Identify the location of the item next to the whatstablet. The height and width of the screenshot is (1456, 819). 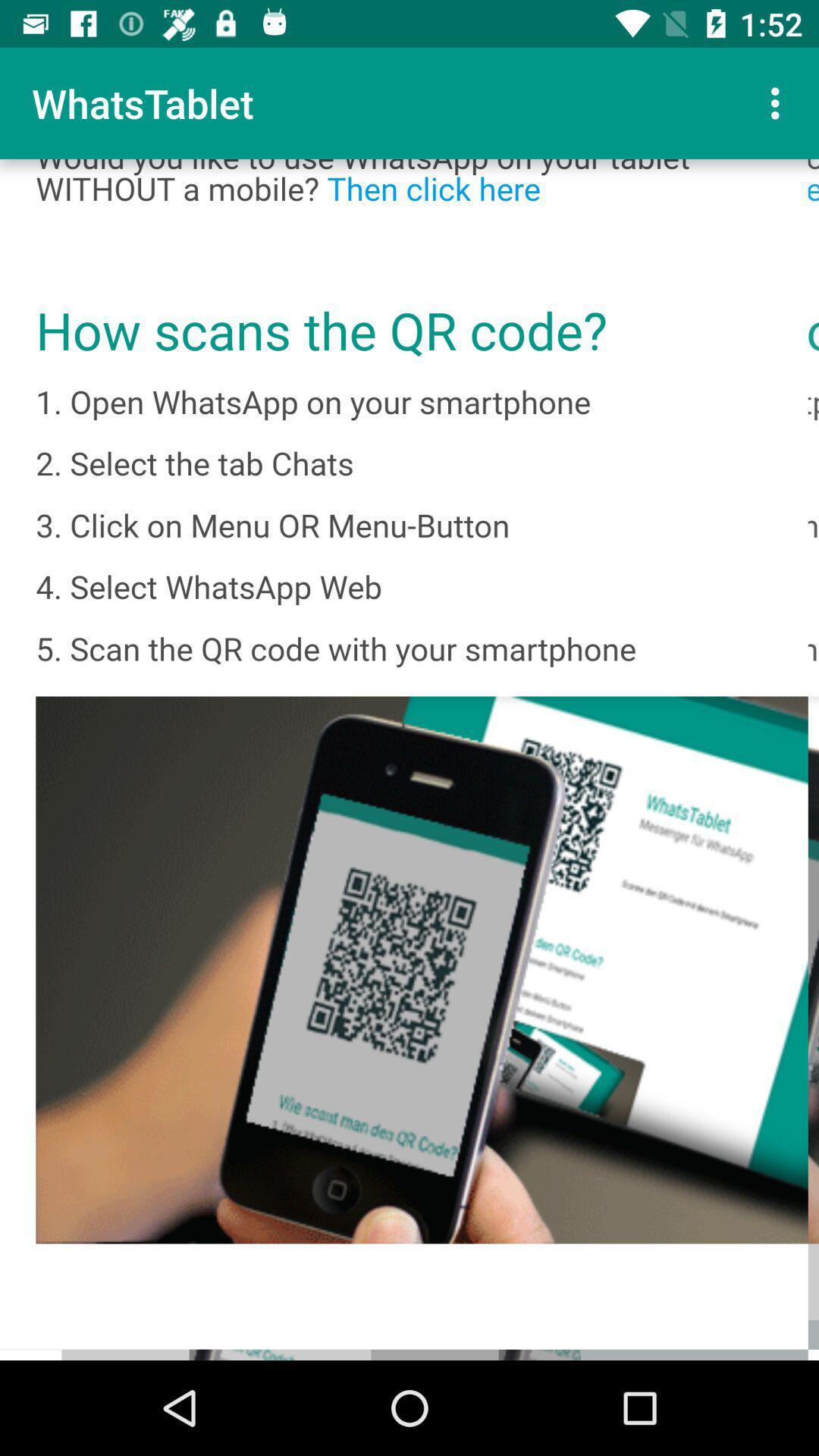
(779, 102).